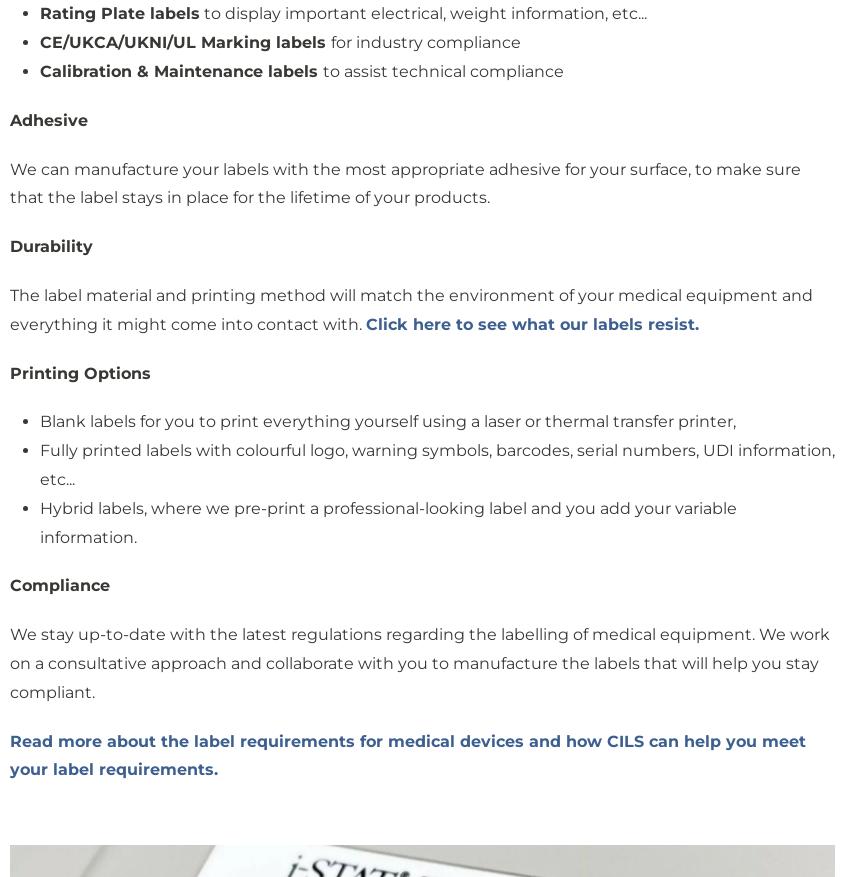  Describe the element at coordinates (531, 322) in the screenshot. I see `'Click here to see what our labels resist.'` at that location.